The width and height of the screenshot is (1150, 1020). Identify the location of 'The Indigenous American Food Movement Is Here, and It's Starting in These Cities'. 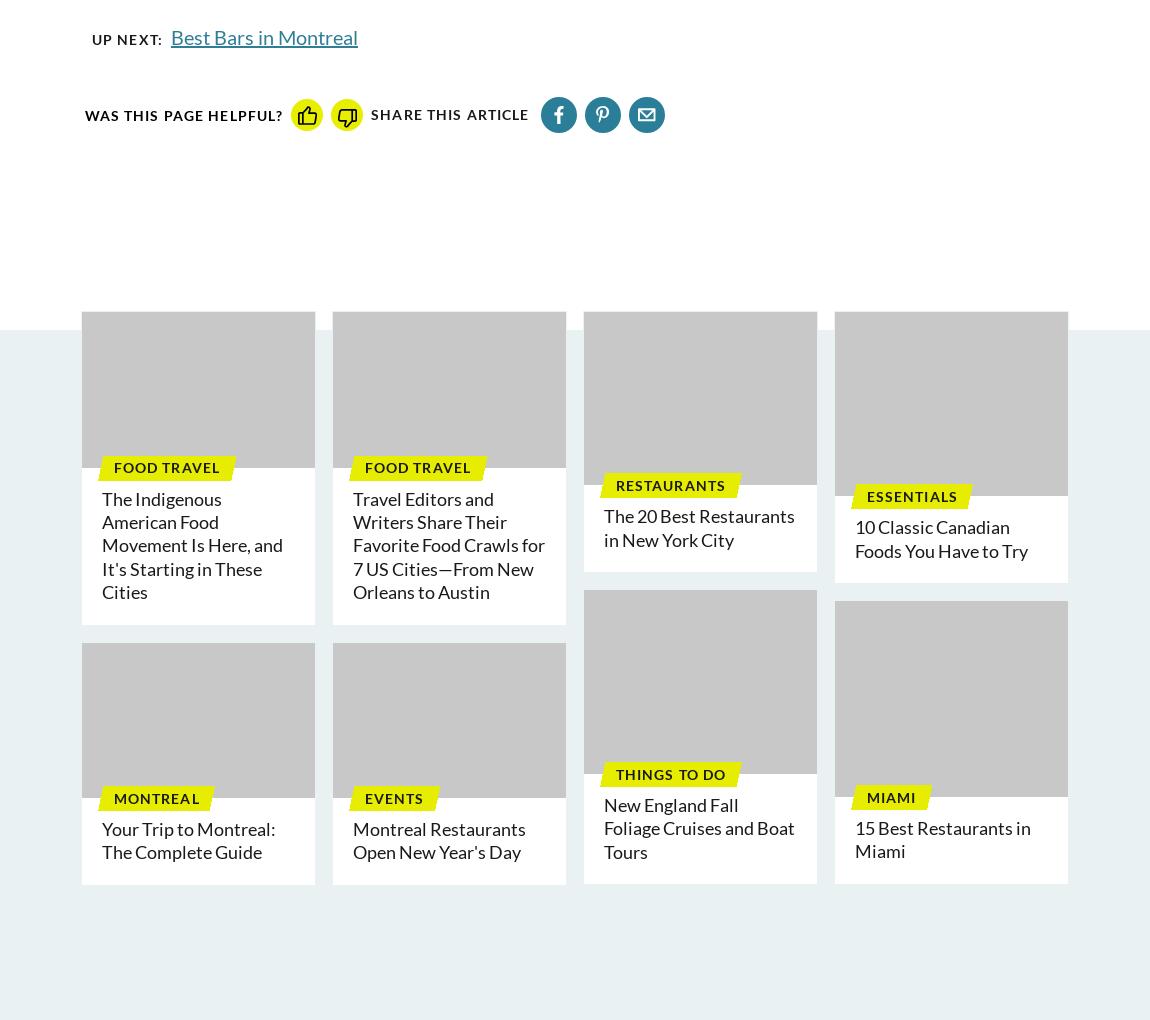
(101, 543).